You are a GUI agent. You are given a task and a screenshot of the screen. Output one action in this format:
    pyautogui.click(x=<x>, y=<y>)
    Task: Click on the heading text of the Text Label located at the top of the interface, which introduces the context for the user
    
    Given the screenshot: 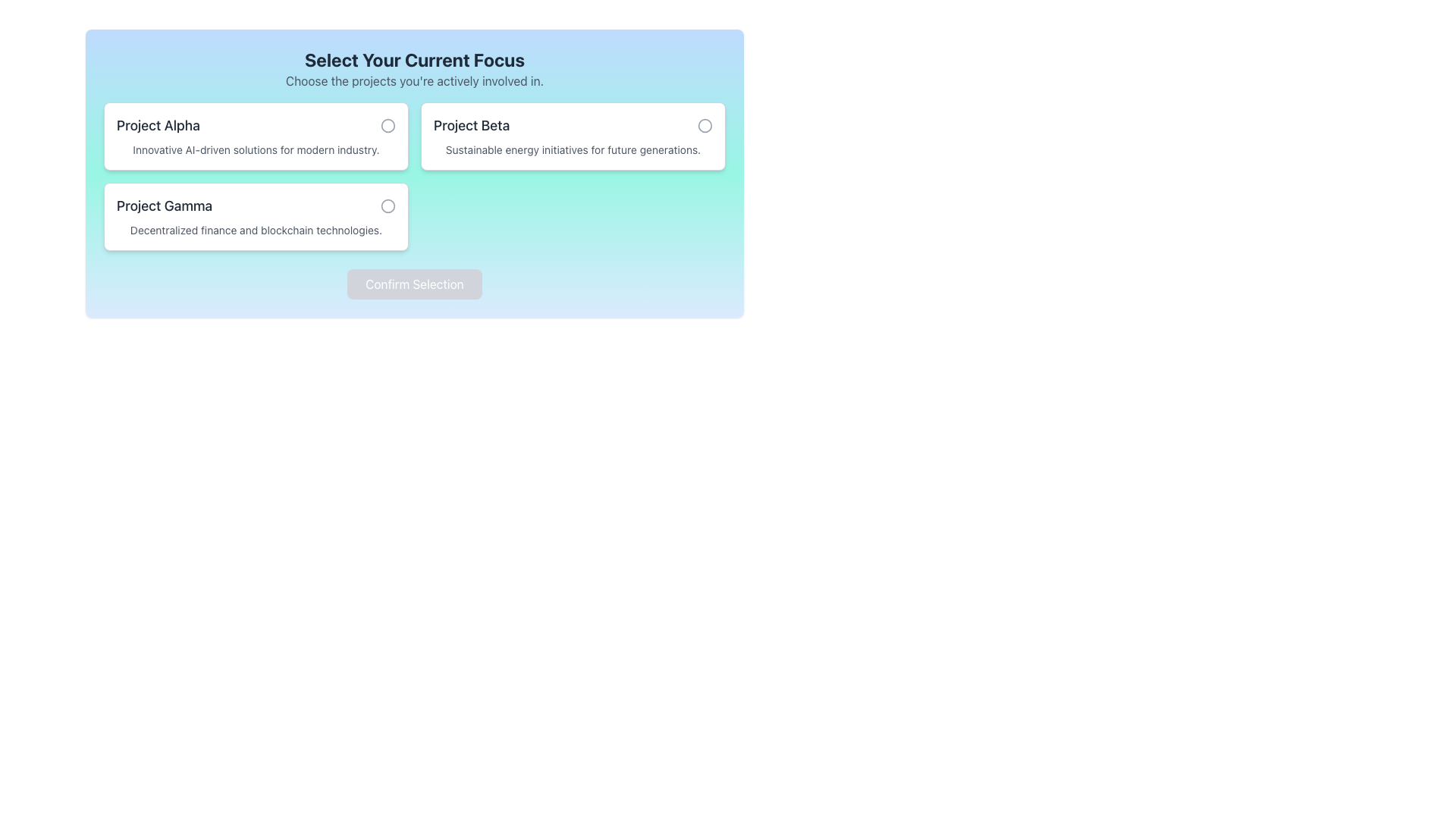 What is the action you would take?
    pyautogui.click(x=415, y=58)
    